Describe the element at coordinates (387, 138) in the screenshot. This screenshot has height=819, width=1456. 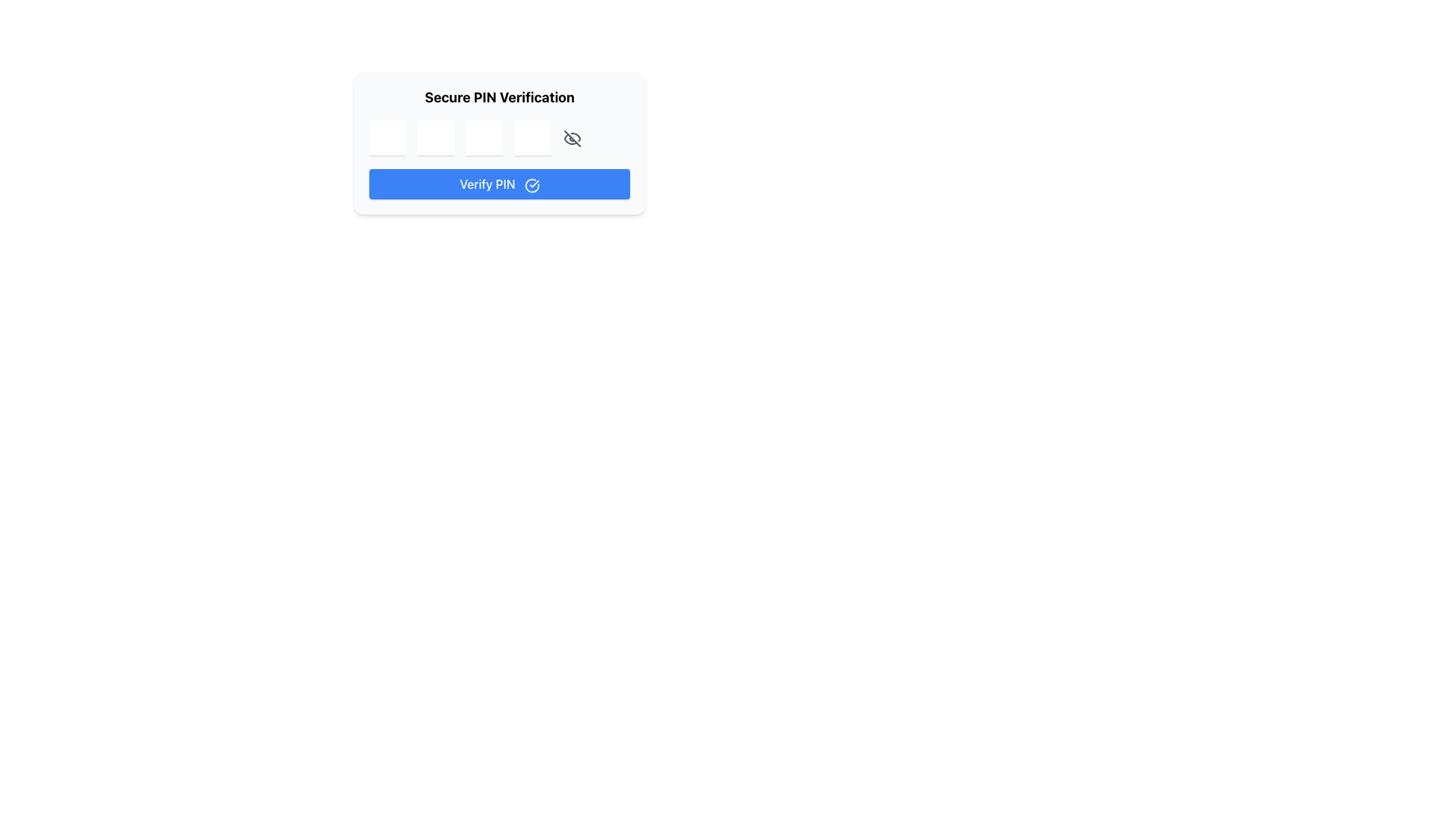
I see `the first input field for entering a character of the secure PIN code located below 'Secure PIN Verification'` at that location.